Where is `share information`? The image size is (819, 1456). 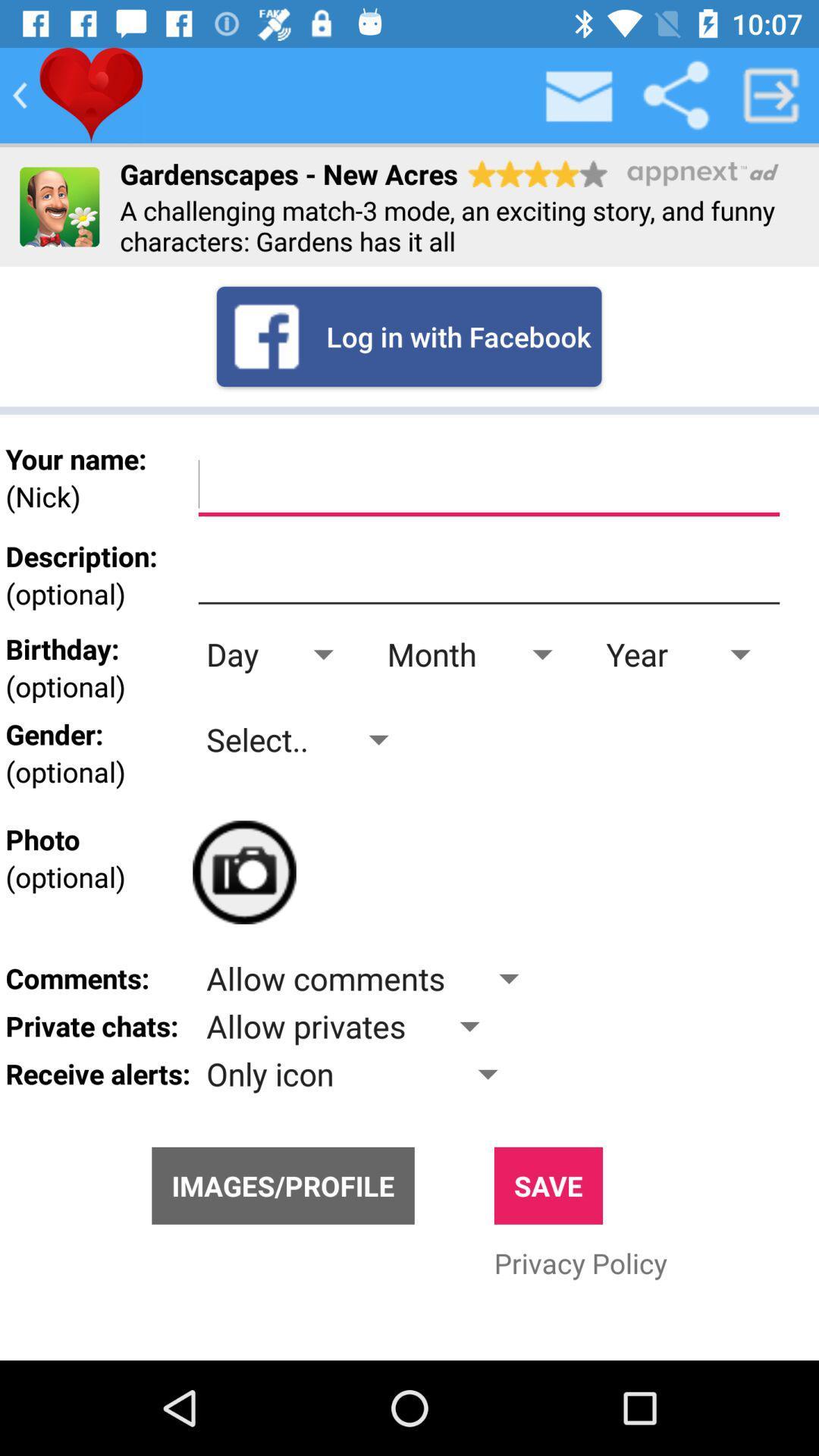
share information is located at coordinates (675, 94).